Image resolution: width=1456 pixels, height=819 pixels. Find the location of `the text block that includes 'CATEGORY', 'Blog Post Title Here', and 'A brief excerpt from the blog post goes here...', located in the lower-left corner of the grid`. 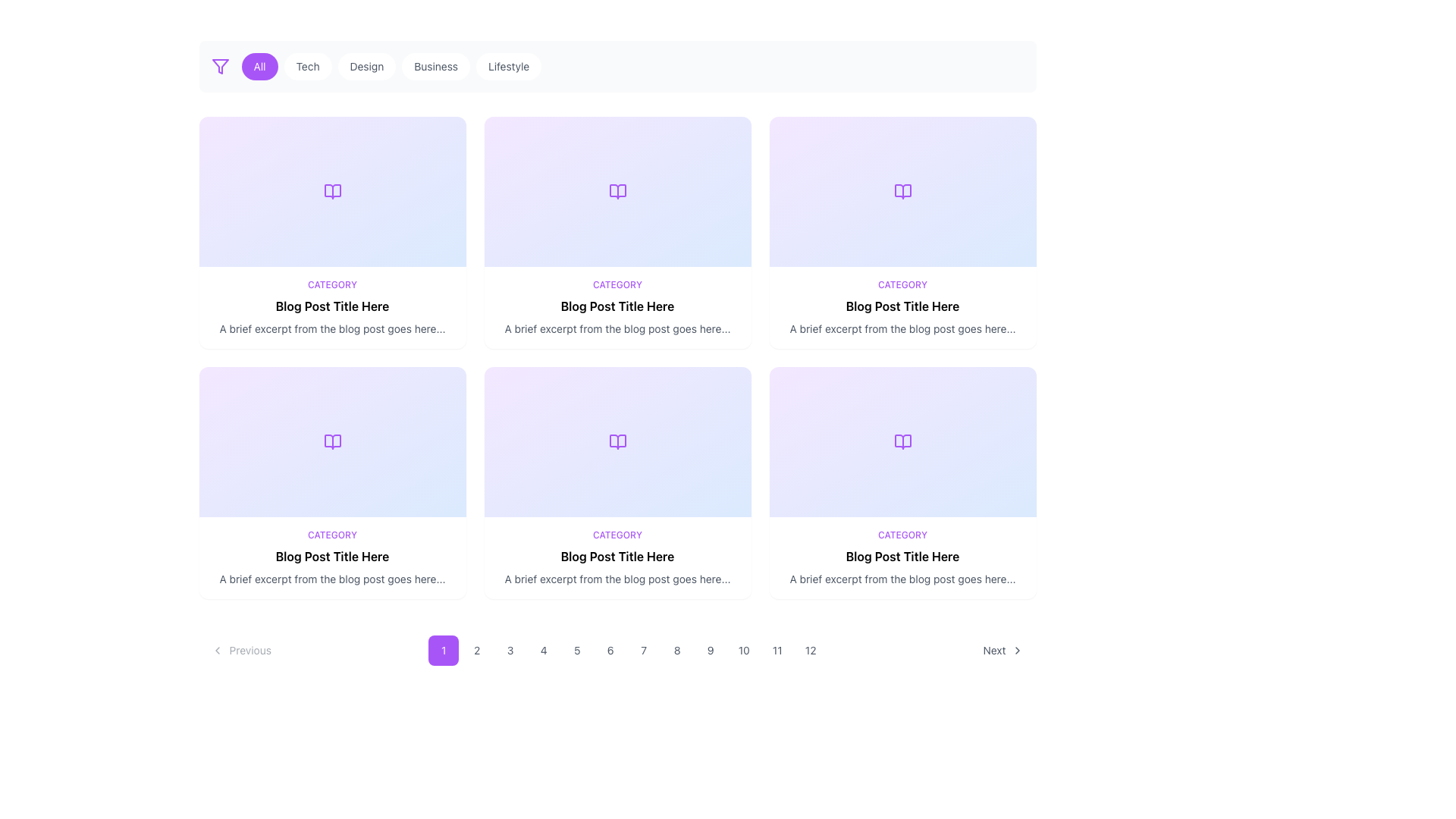

the text block that includes 'CATEGORY', 'Blog Post Title Here', and 'A brief excerpt from the blog post goes here...', located in the lower-left corner of the grid is located at coordinates (331, 558).